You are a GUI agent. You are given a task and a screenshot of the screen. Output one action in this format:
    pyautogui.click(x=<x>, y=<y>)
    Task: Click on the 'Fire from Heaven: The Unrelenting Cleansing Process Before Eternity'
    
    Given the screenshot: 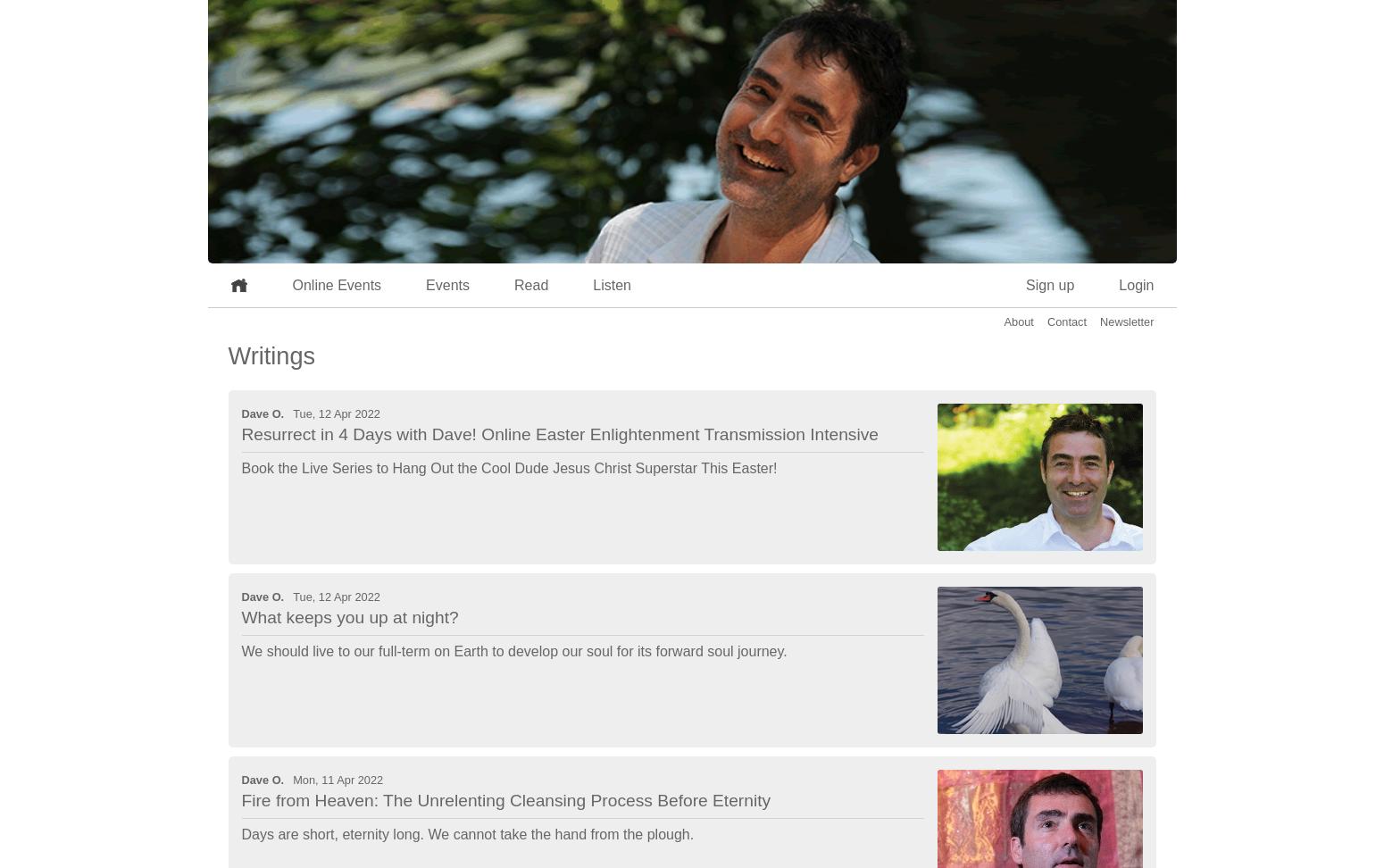 What is the action you would take?
    pyautogui.click(x=505, y=800)
    